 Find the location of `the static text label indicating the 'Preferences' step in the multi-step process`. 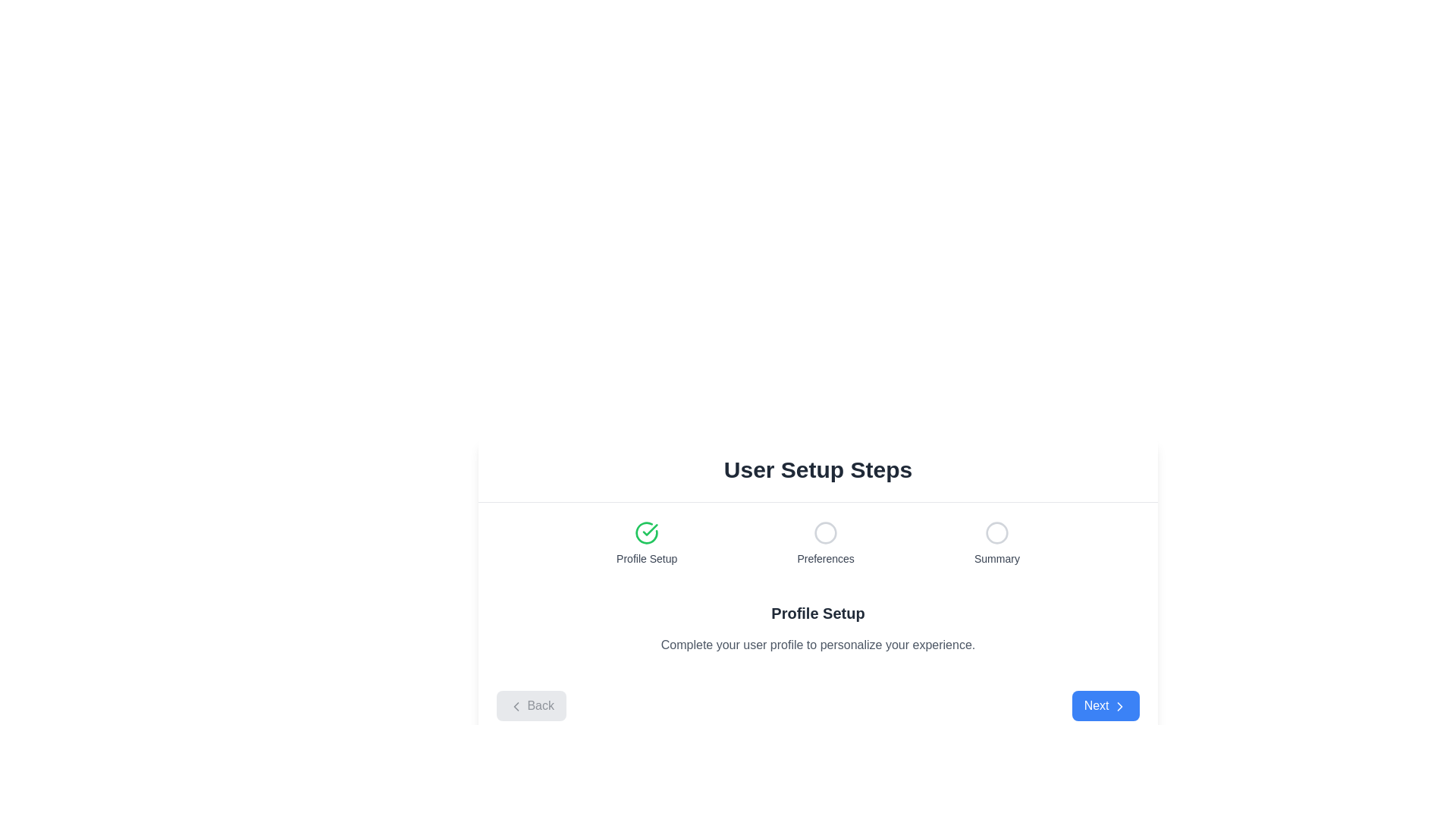

the static text label indicating the 'Preferences' step in the multi-step process is located at coordinates (825, 558).